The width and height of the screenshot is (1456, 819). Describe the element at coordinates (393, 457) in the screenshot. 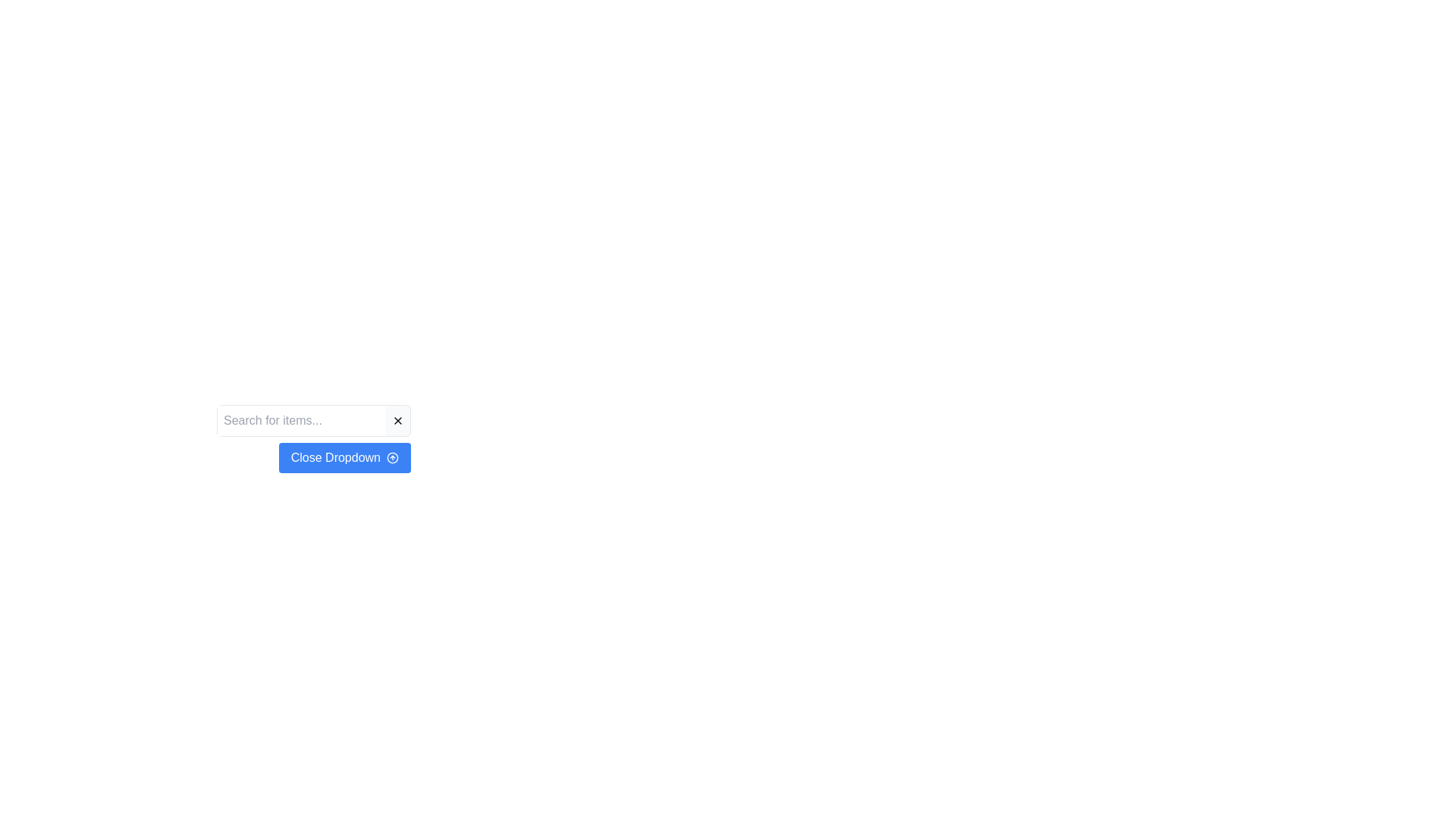

I see `the circular part of the upward arrow icon located to the right of the 'Close Dropdown' button` at that location.